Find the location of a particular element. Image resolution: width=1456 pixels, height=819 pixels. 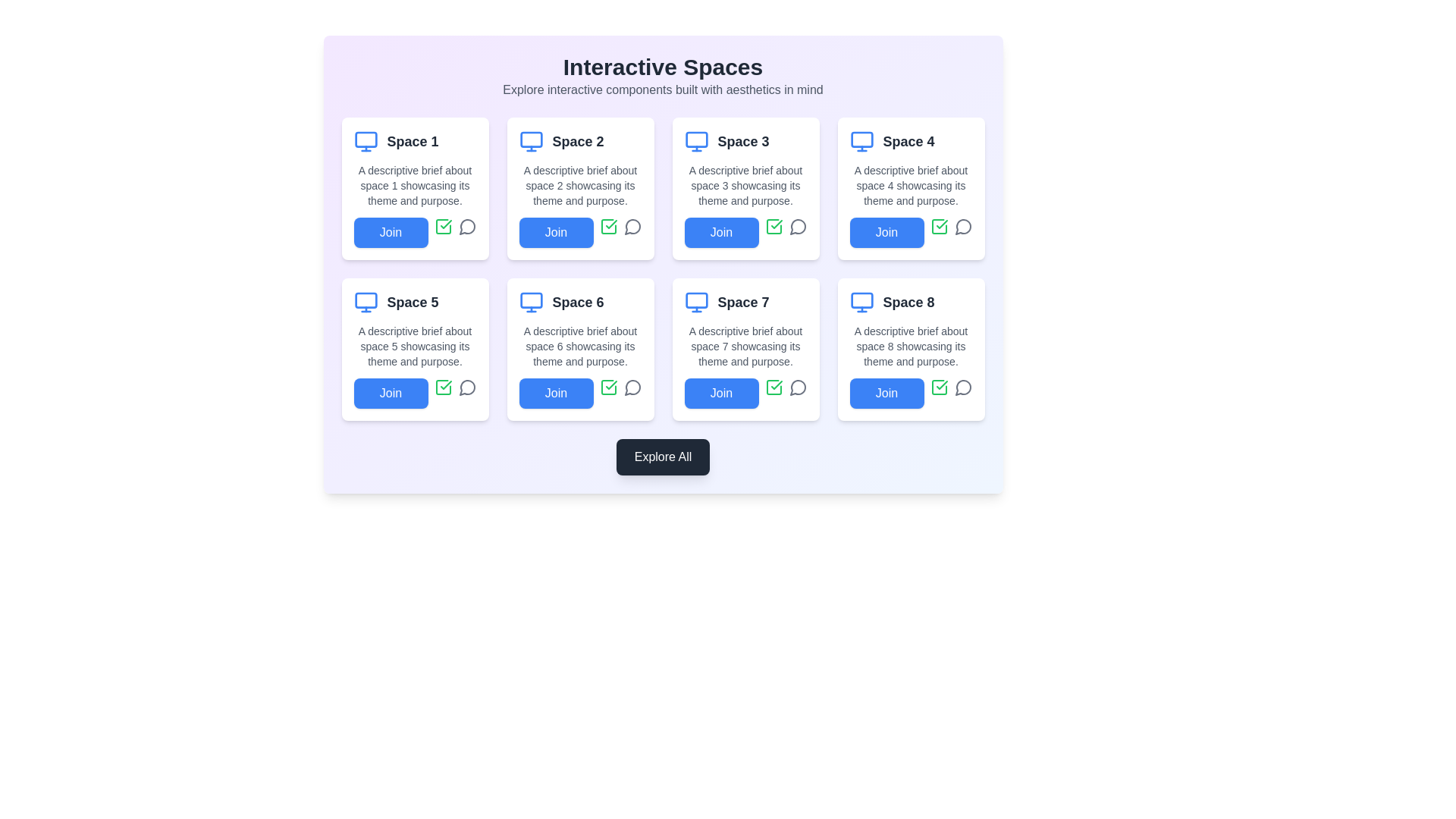

the bold text label 'Space 6' is located at coordinates (577, 302).